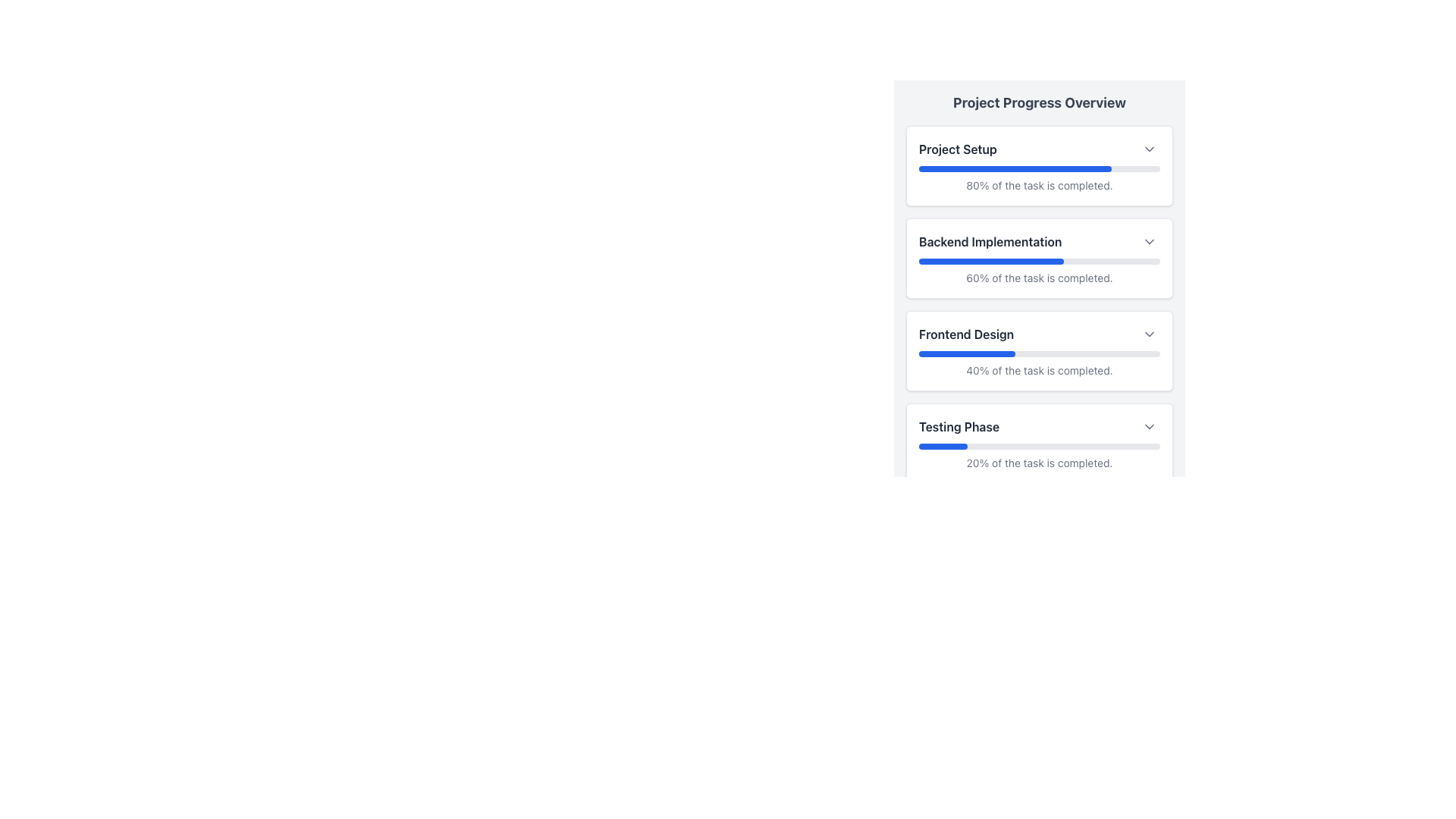 Image resolution: width=1456 pixels, height=819 pixels. Describe the element at coordinates (990, 241) in the screenshot. I see `the text label element that displays 'Backend Implementation', which is styled in a medium-sized bold font and is dark gray in color, positioned prominently within the progress overview section` at that location.